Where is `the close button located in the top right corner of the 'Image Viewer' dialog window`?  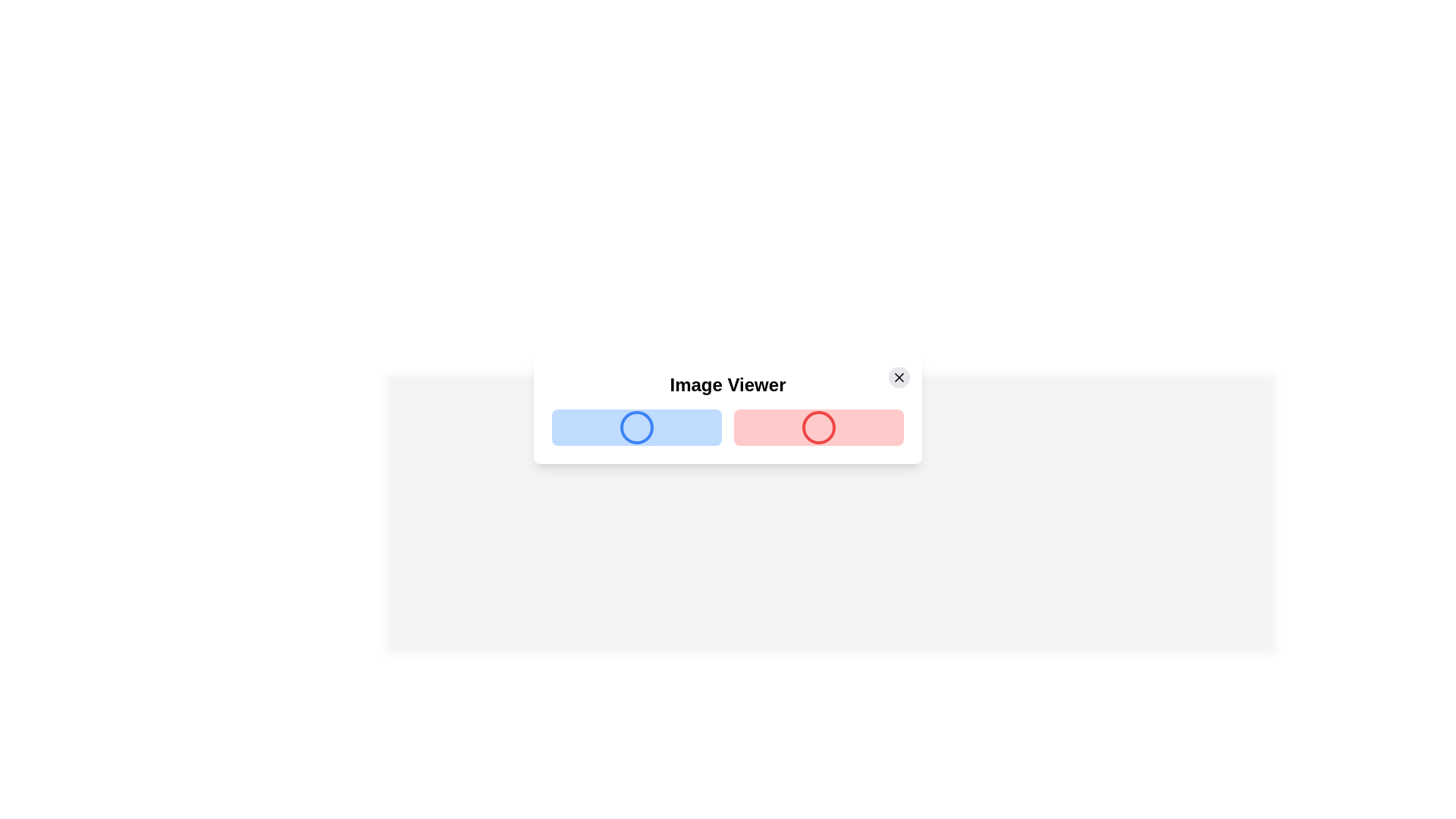 the close button located in the top right corner of the 'Image Viewer' dialog window is located at coordinates (899, 376).